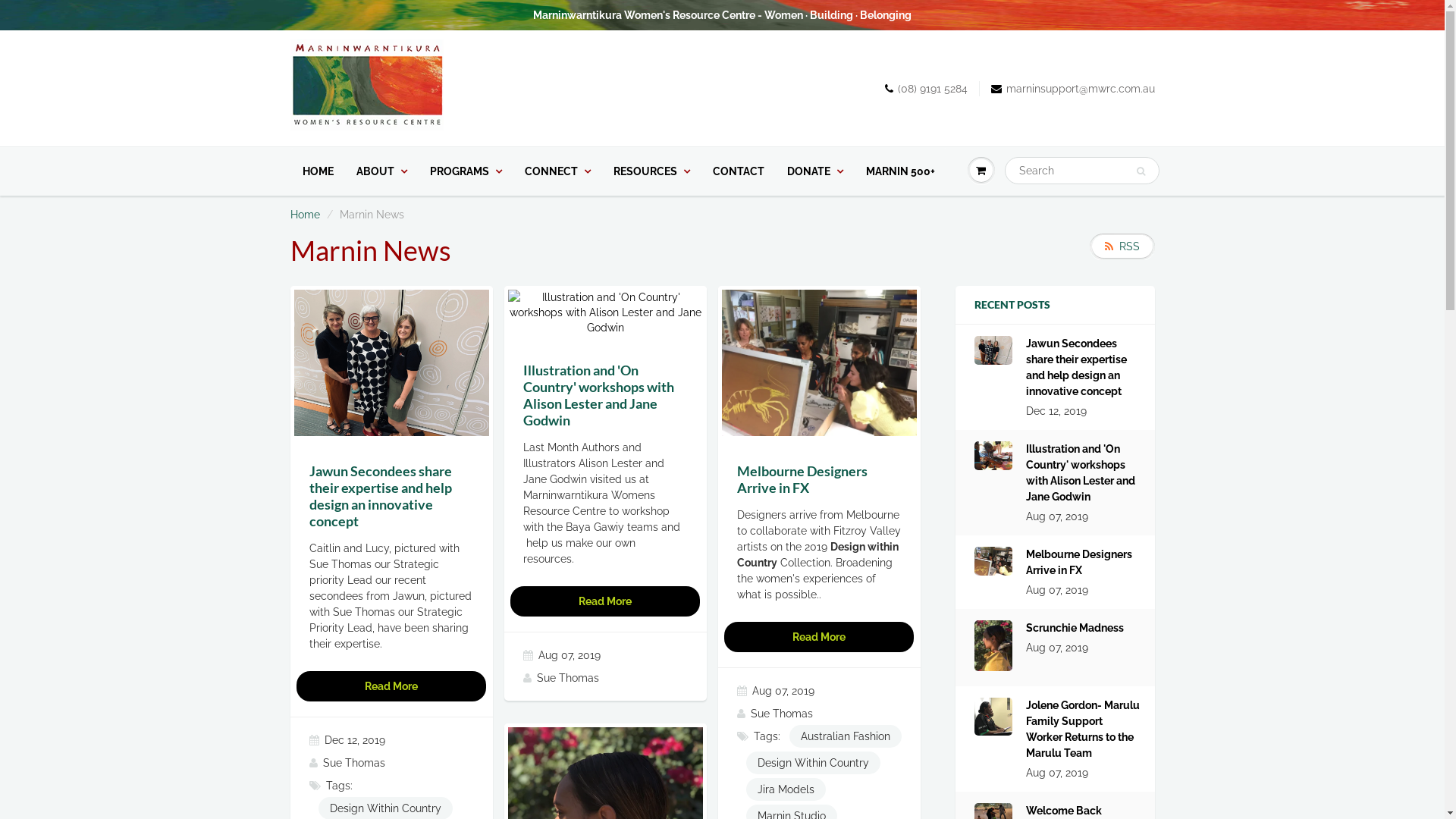  Describe the element at coordinates (1072, 88) in the screenshot. I see `'marninsupport@mwrc.com.au'` at that location.